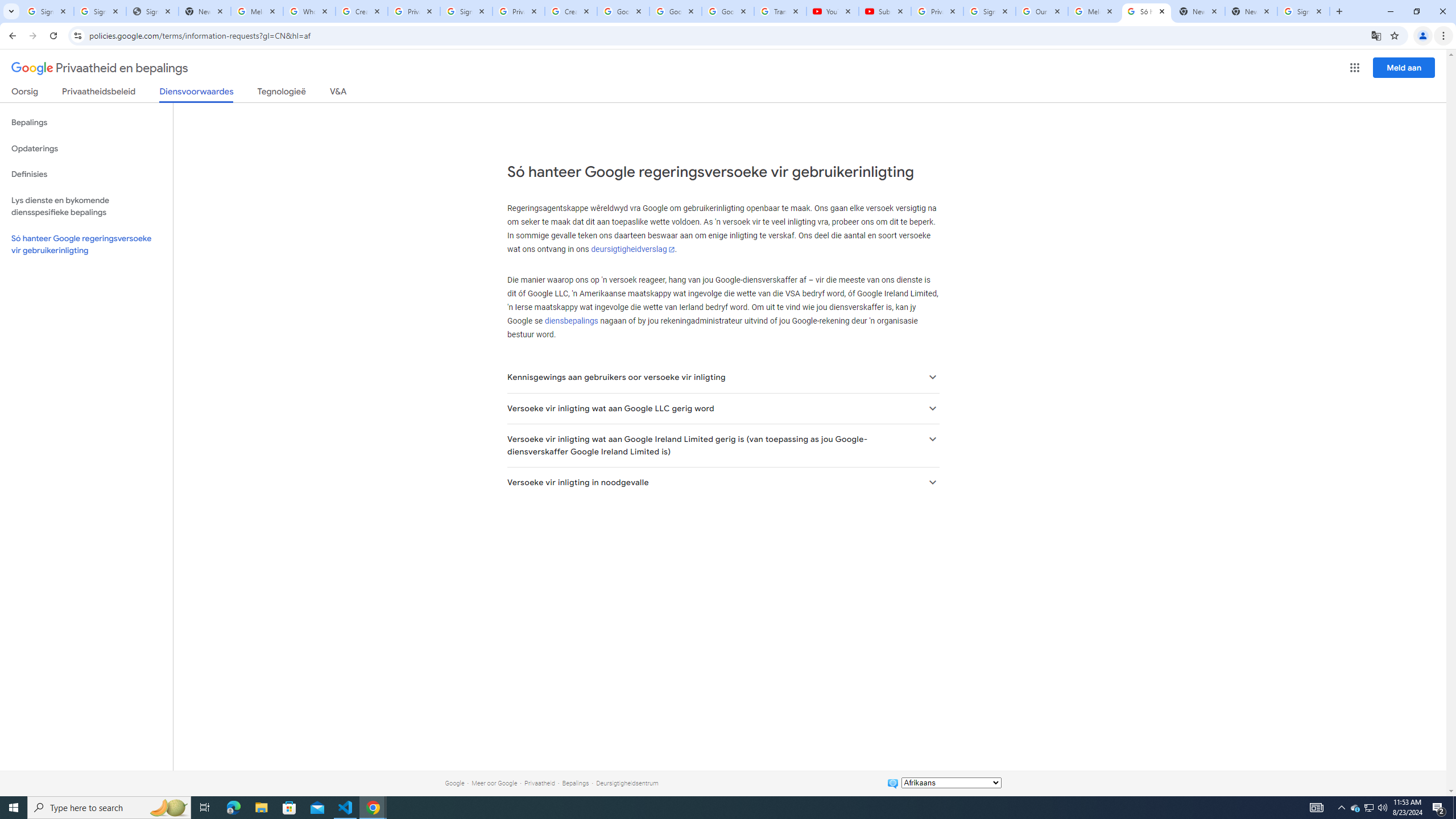 The height and width of the screenshot is (819, 1456). Describe the element at coordinates (632, 249) in the screenshot. I see `'deursigtigheidverslag'` at that location.